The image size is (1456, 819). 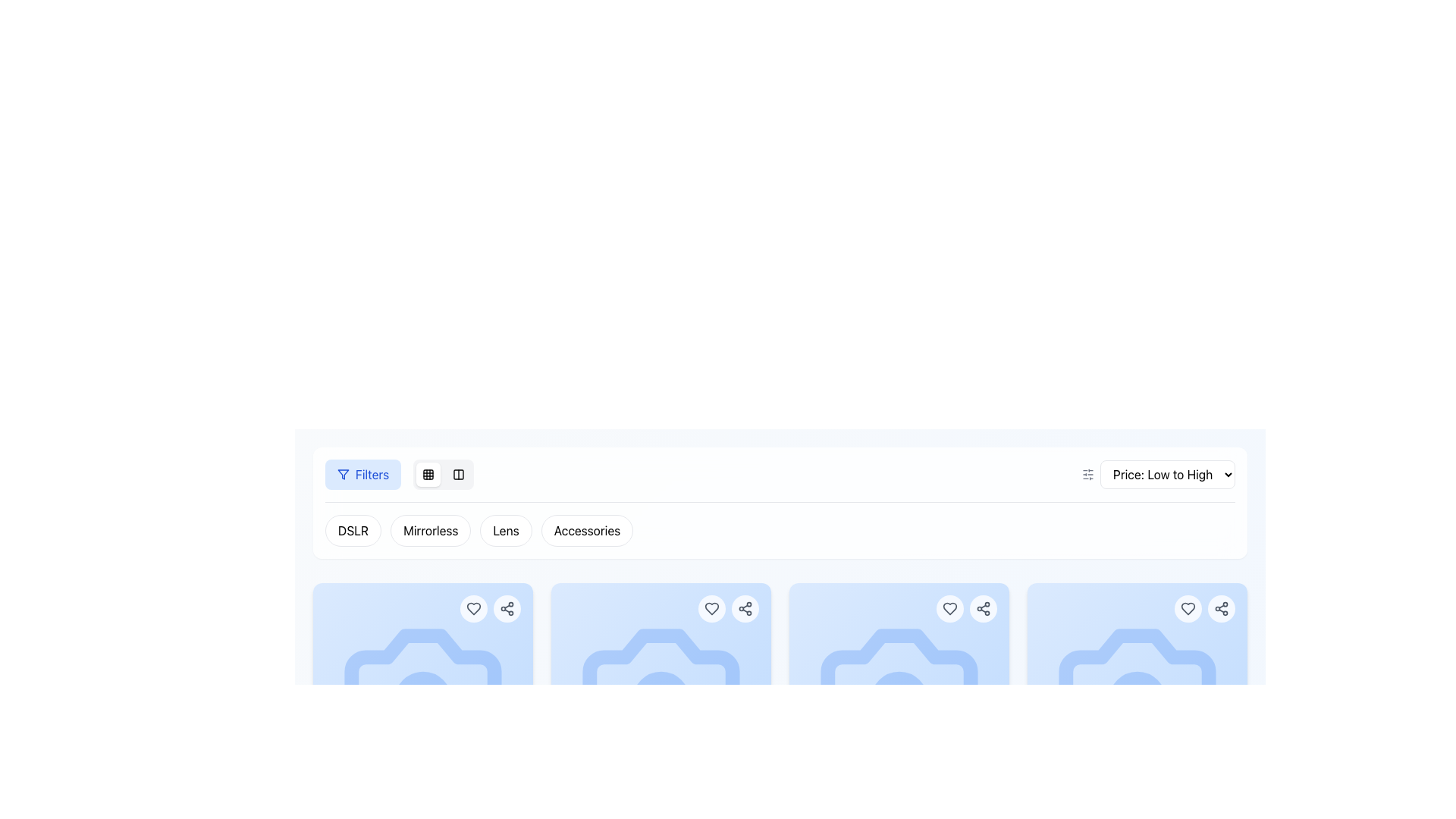 I want to click on the heart icon, which is a gray stroke-style vector graphic located, so click(x=472, y=607).